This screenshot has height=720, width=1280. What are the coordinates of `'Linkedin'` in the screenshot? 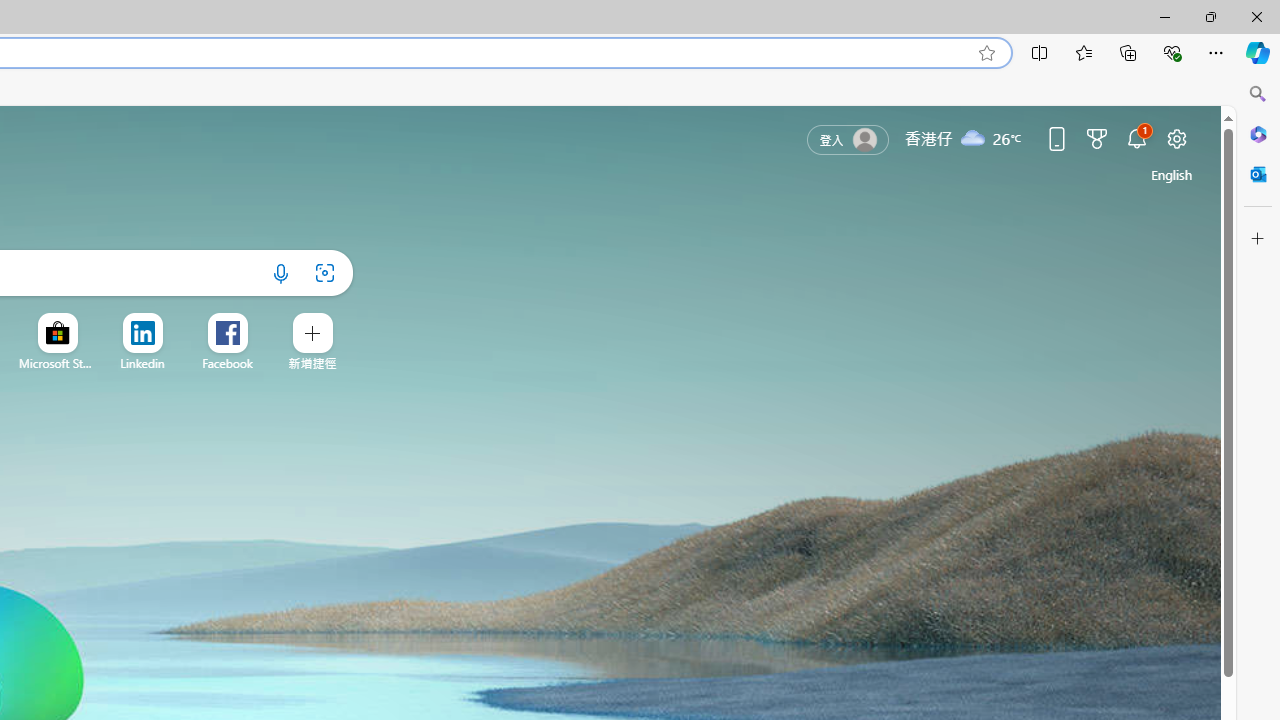 It's located at (141, 363).